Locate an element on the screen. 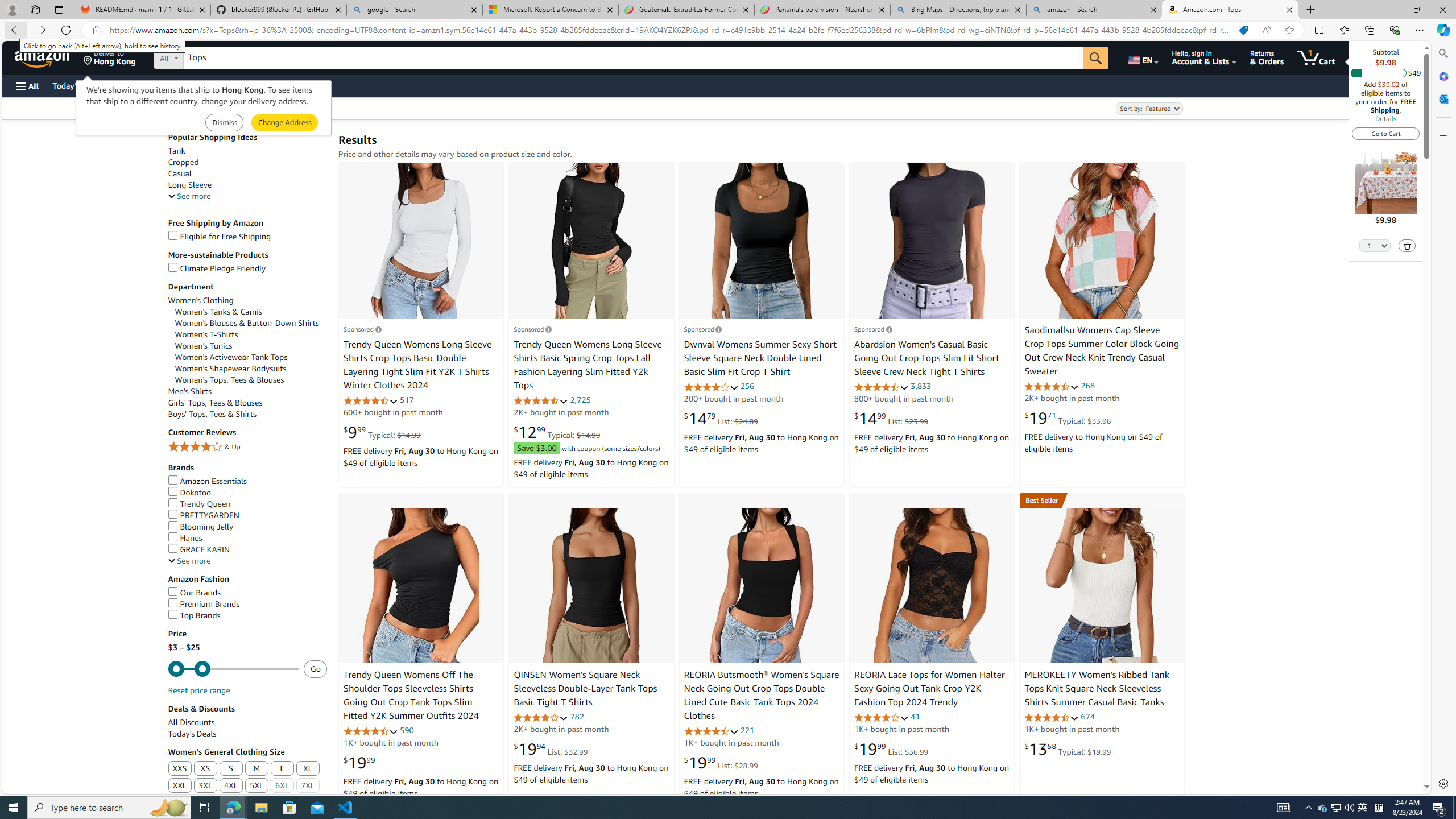 The image size is (1456, 819). 'Women' is located at coordinates (250, 334).